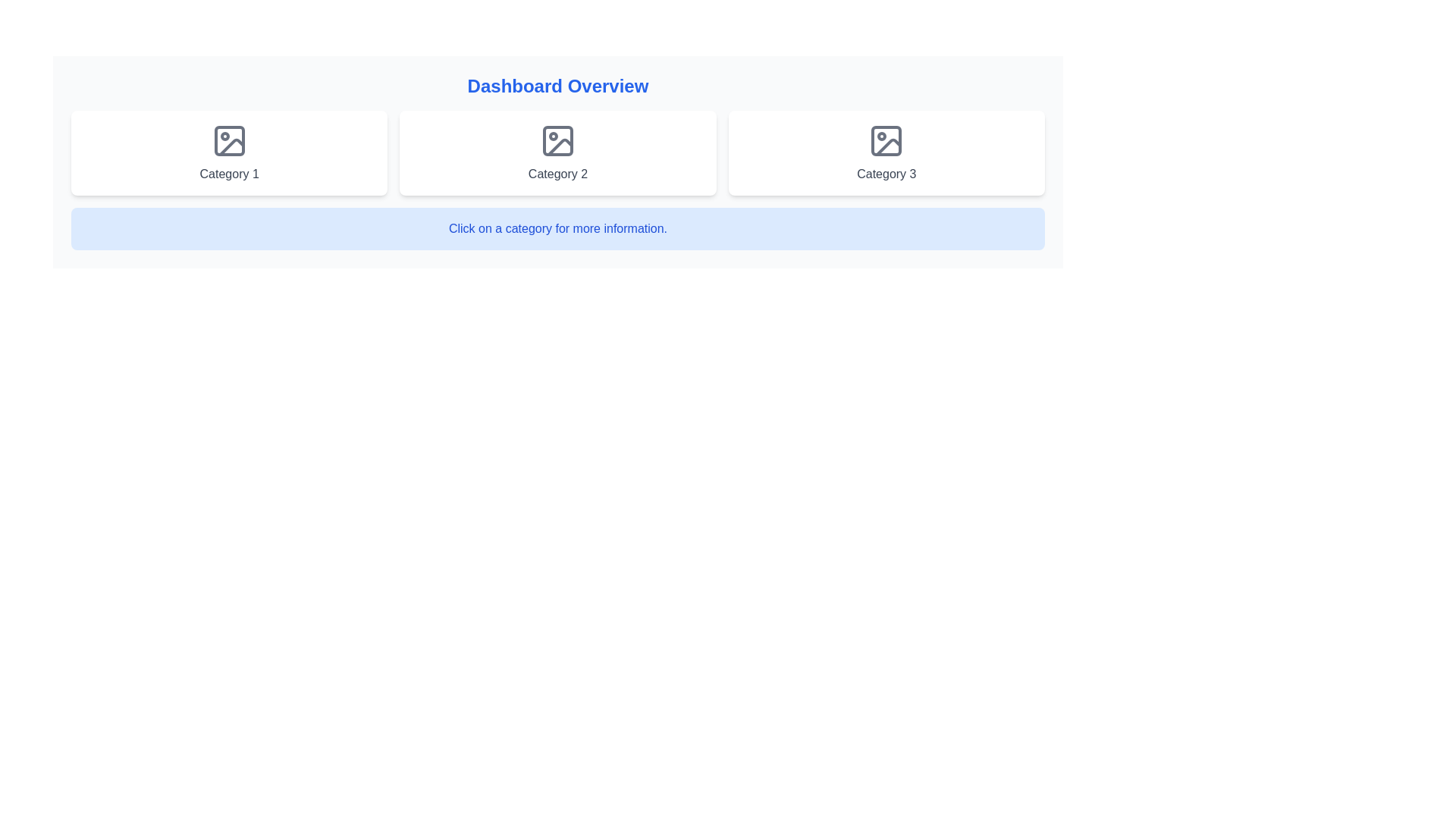 This screenshot has width=1456, height=819. Describe the element at coordinates (886, 174) in the screenshot. I see `the text display that serves as a label for Category 3, located beneath an icon in the rightmost of three white boxes in the 'Dashboard Overview' section` at that location.